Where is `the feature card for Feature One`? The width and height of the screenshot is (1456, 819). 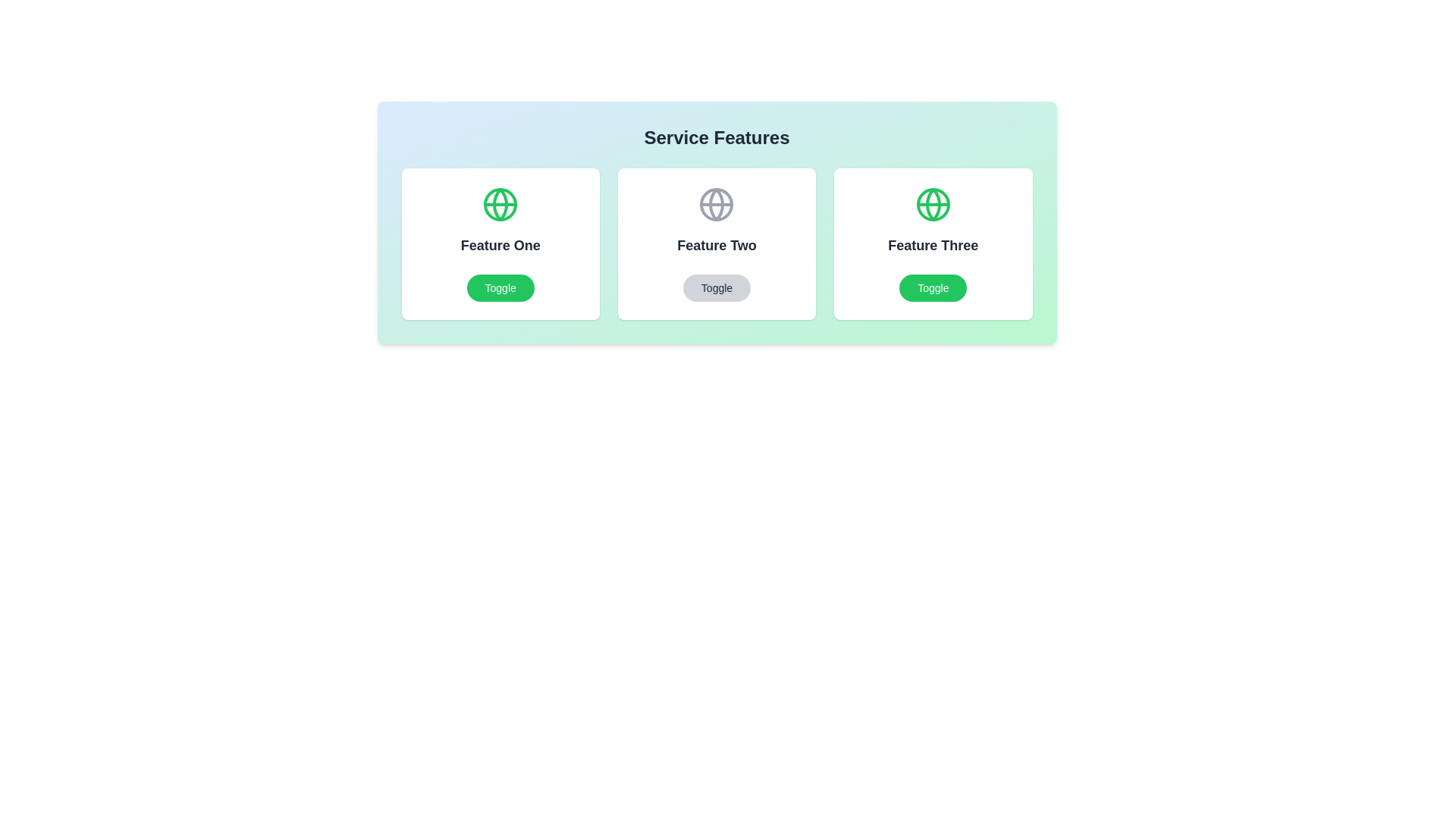
the feature card for Feature One is located at coordinates (500, 243).